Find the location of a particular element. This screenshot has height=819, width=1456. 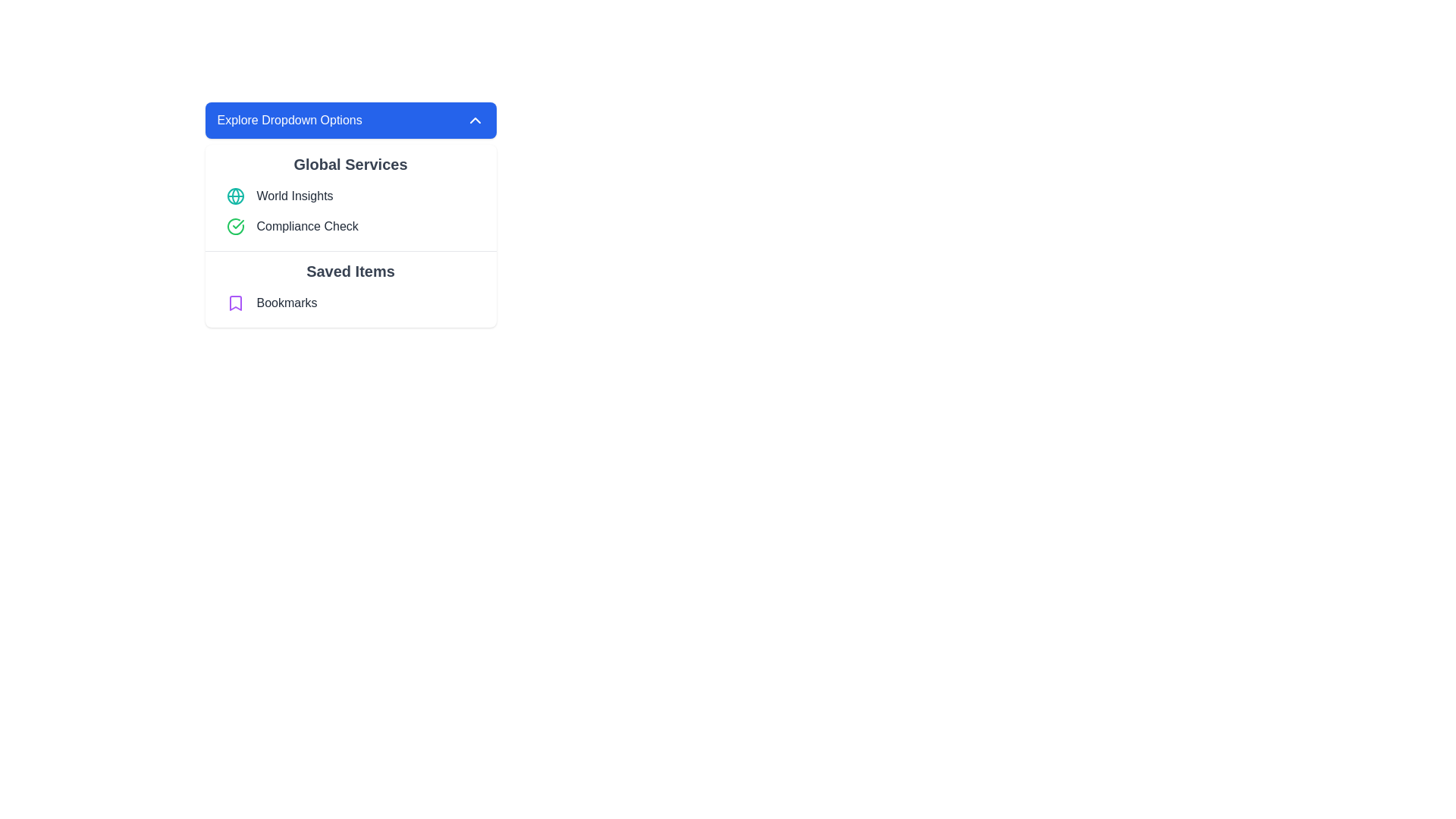

the purple bookmark icon located next to the 'Bookmarks' label in the 'Saved Items' section of the dropdown menu is located at coordinates (234, 303).